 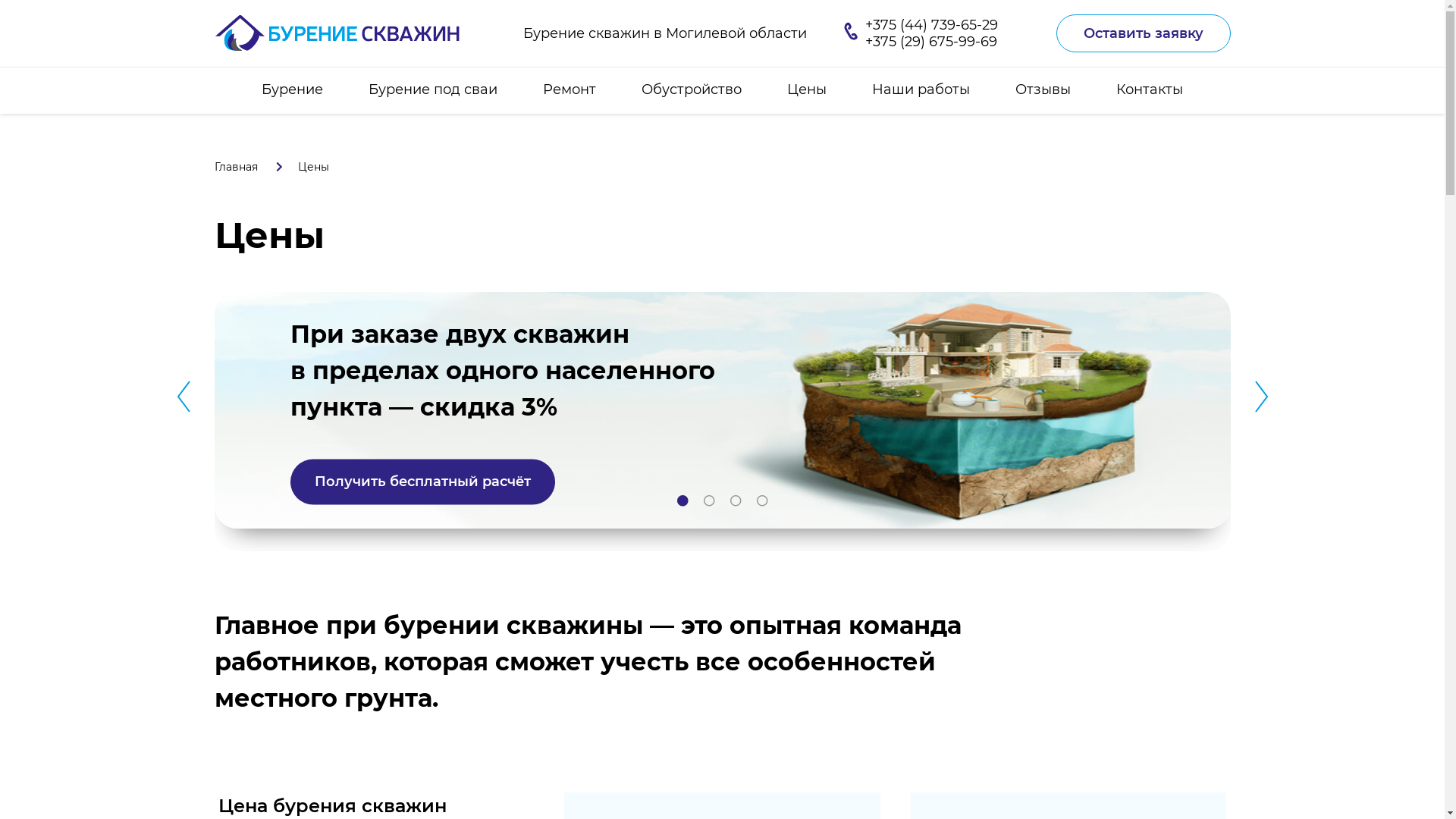 I want to click on '2', so click(x=708, y=500).